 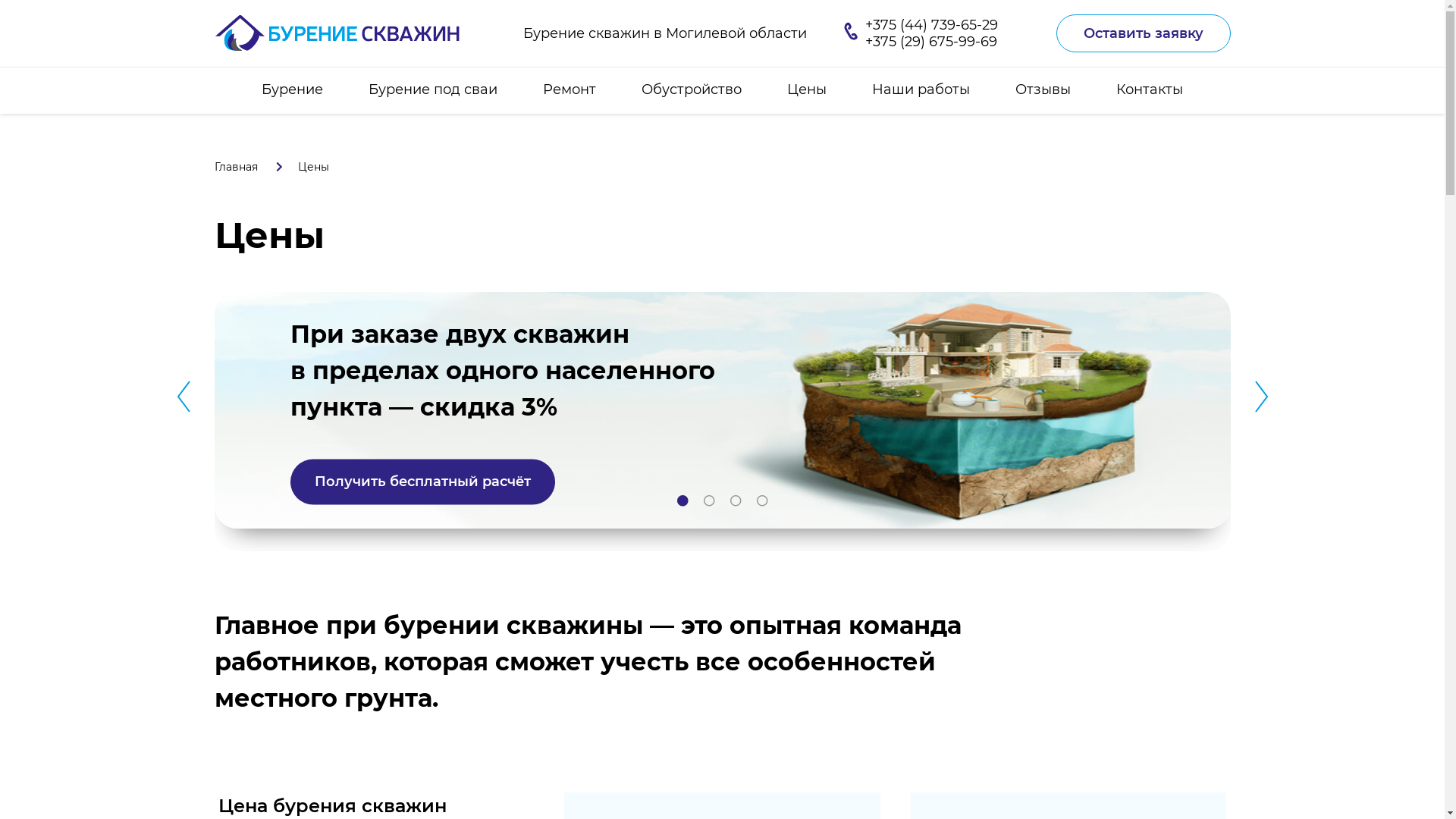 I want to click on '2', so click(x=708, y=500).